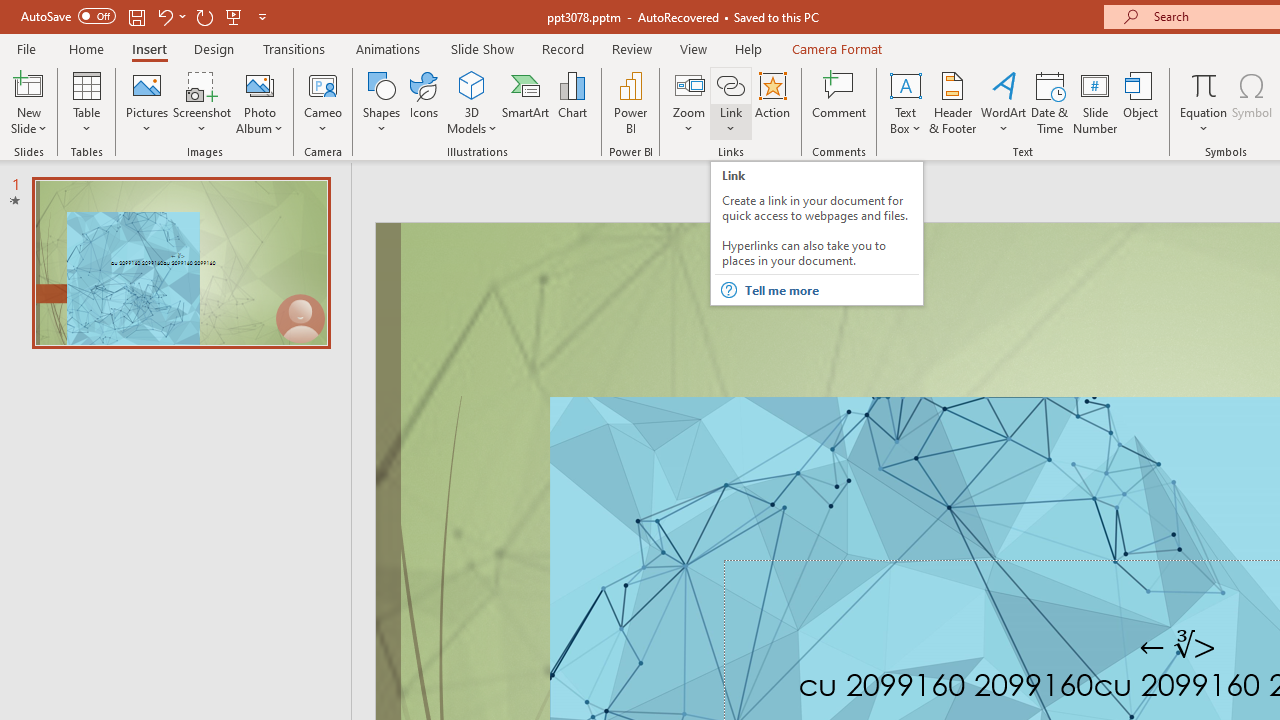 The image size is (1280, 720). Describe the element at coordinates (837, 48) in the screenshot. I see `'Camera Format'` at that location.